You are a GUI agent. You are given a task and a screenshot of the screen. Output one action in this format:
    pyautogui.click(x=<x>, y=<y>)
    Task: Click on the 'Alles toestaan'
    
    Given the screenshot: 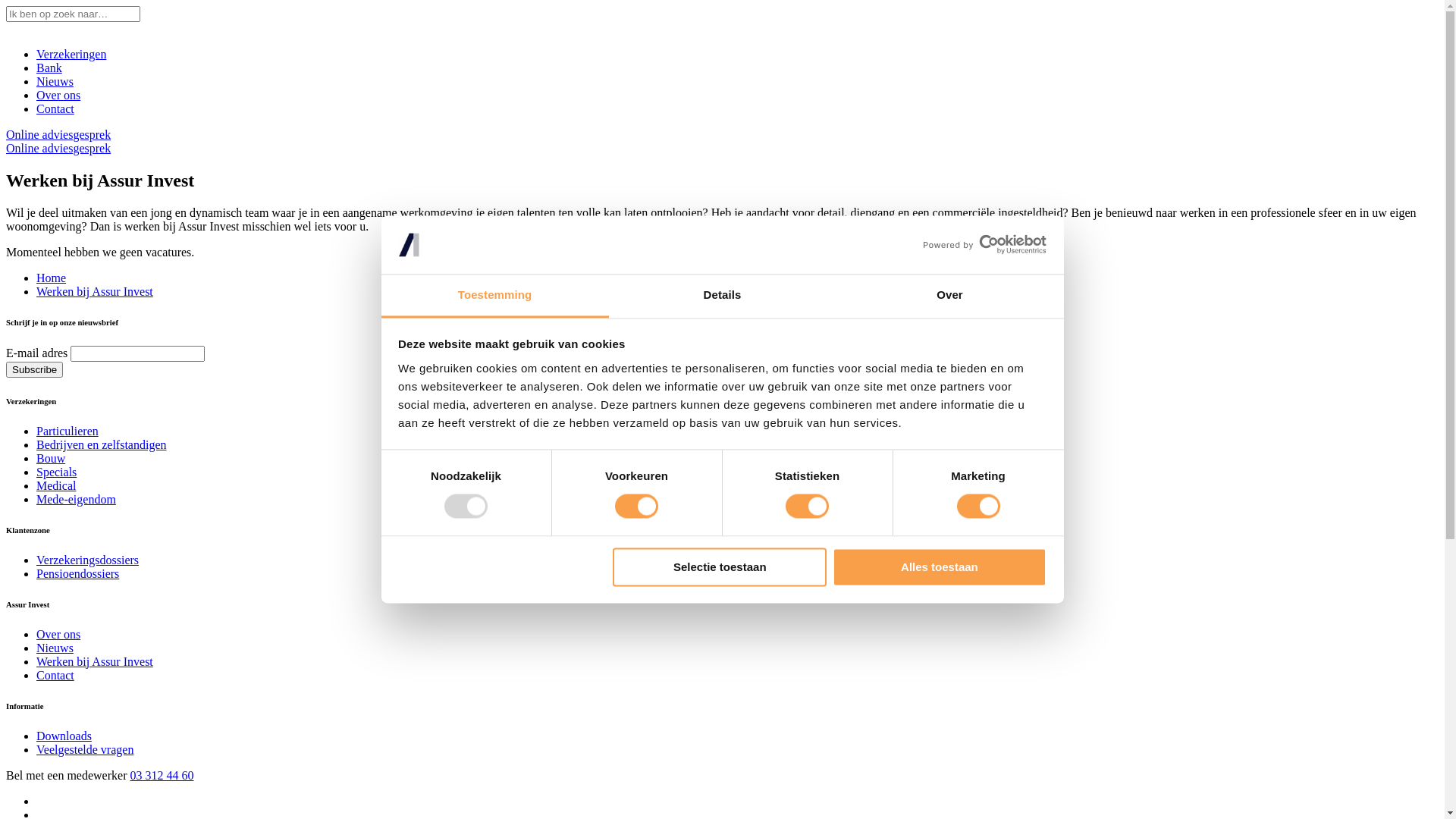 What is the action you would take?
    pyautogui.click(x=938, y=566)
    